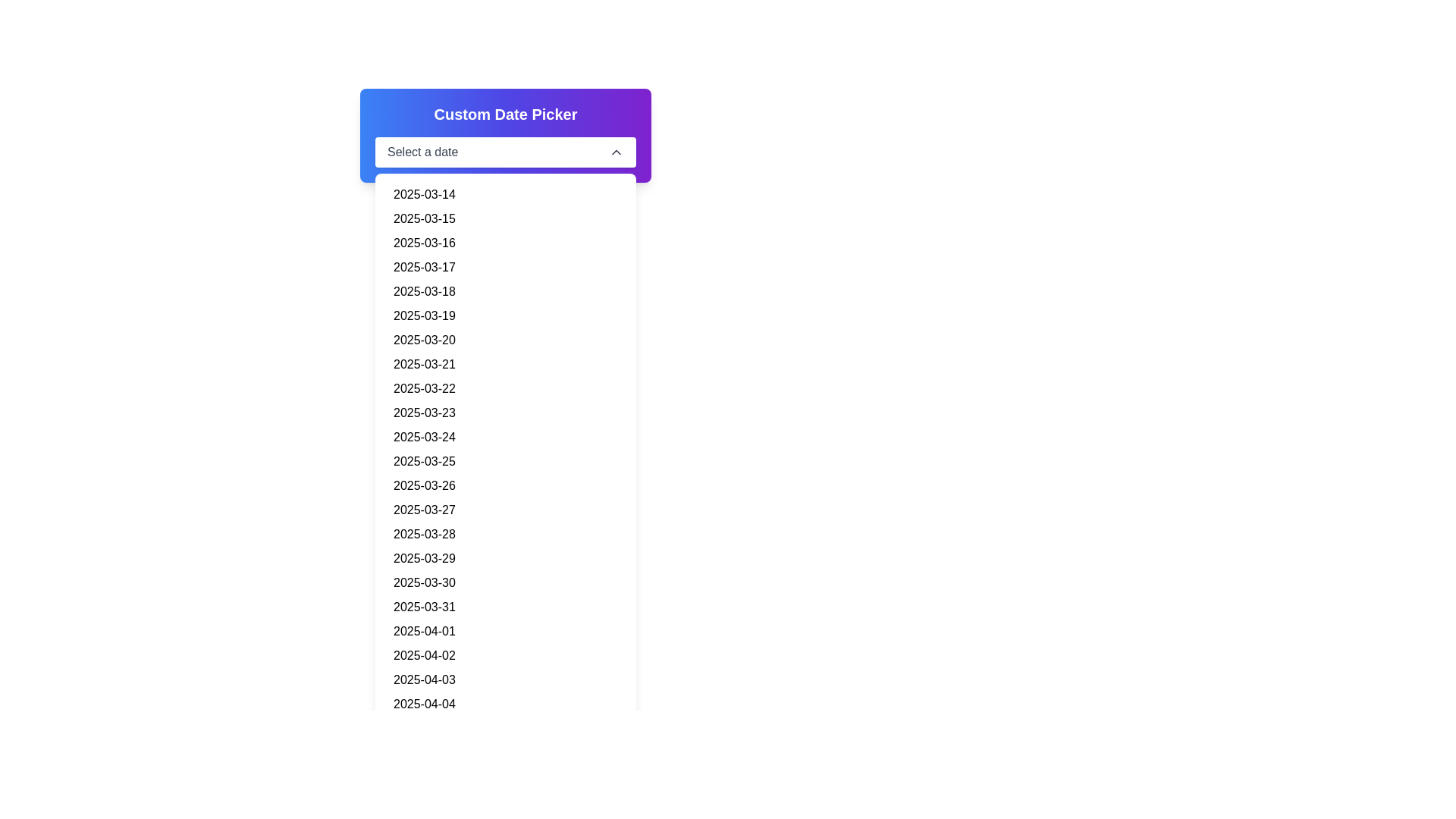 The image size is (1456, 819). I want to click on the List Item displaying the date '2025-03-20', which is the seventh entry in the dropdown list of a date picker, so click(506, 339).